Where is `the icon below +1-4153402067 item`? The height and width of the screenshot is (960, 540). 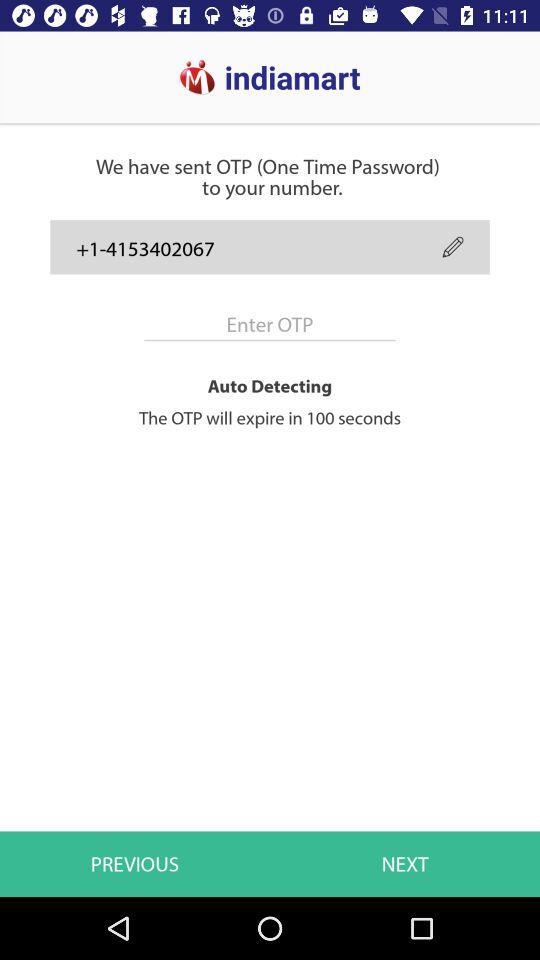 the icon below +1-4153402067 item is located at coordinates (270, 324).